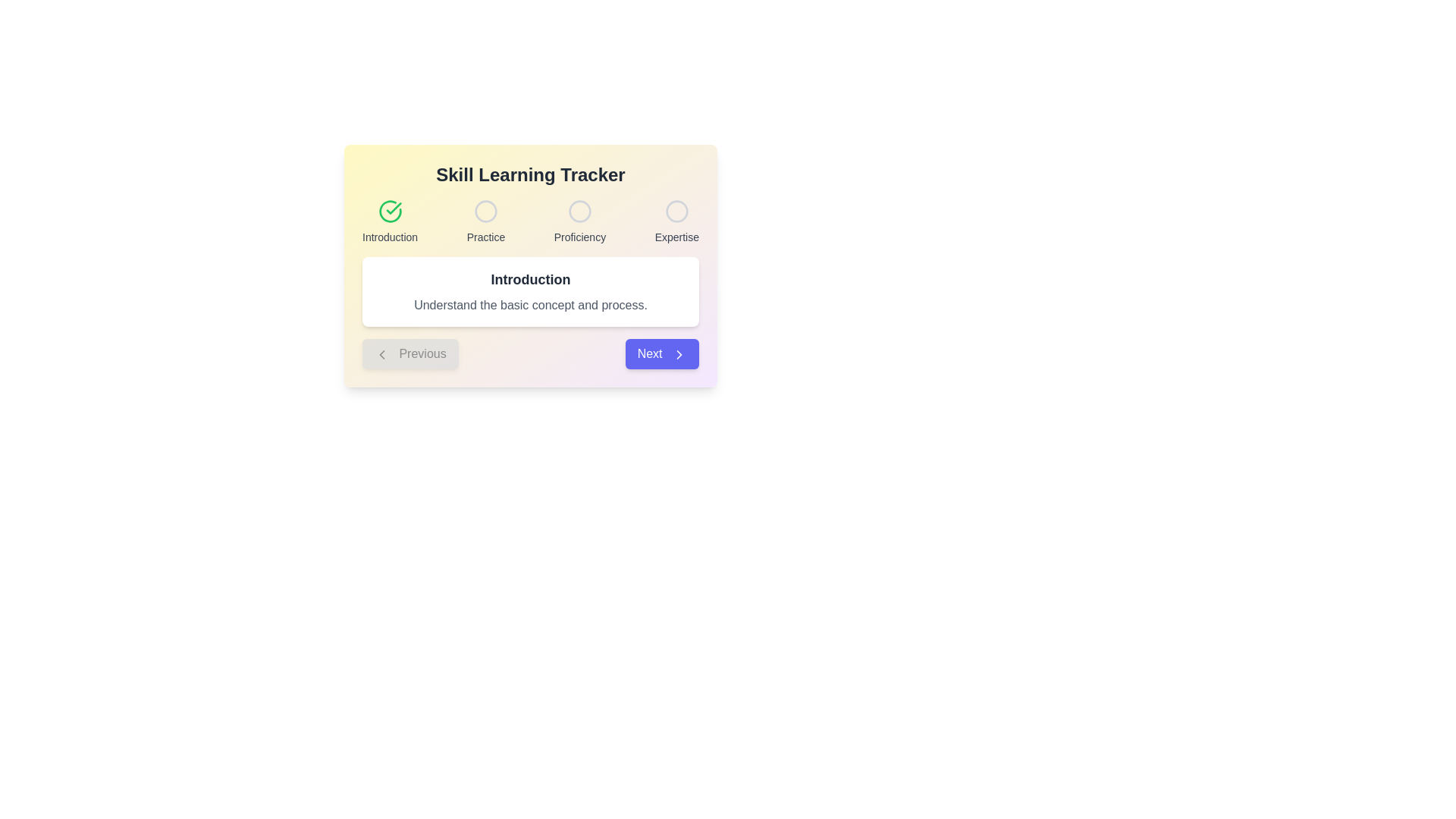 This screenshot has width=1456, height=819. Describe the element at coordinates (679, 353) in the screenshot. I see `the 'Next' button which contains the rightward-pointing arrow icon, located at the bottom-right corner of the interface` at that location.